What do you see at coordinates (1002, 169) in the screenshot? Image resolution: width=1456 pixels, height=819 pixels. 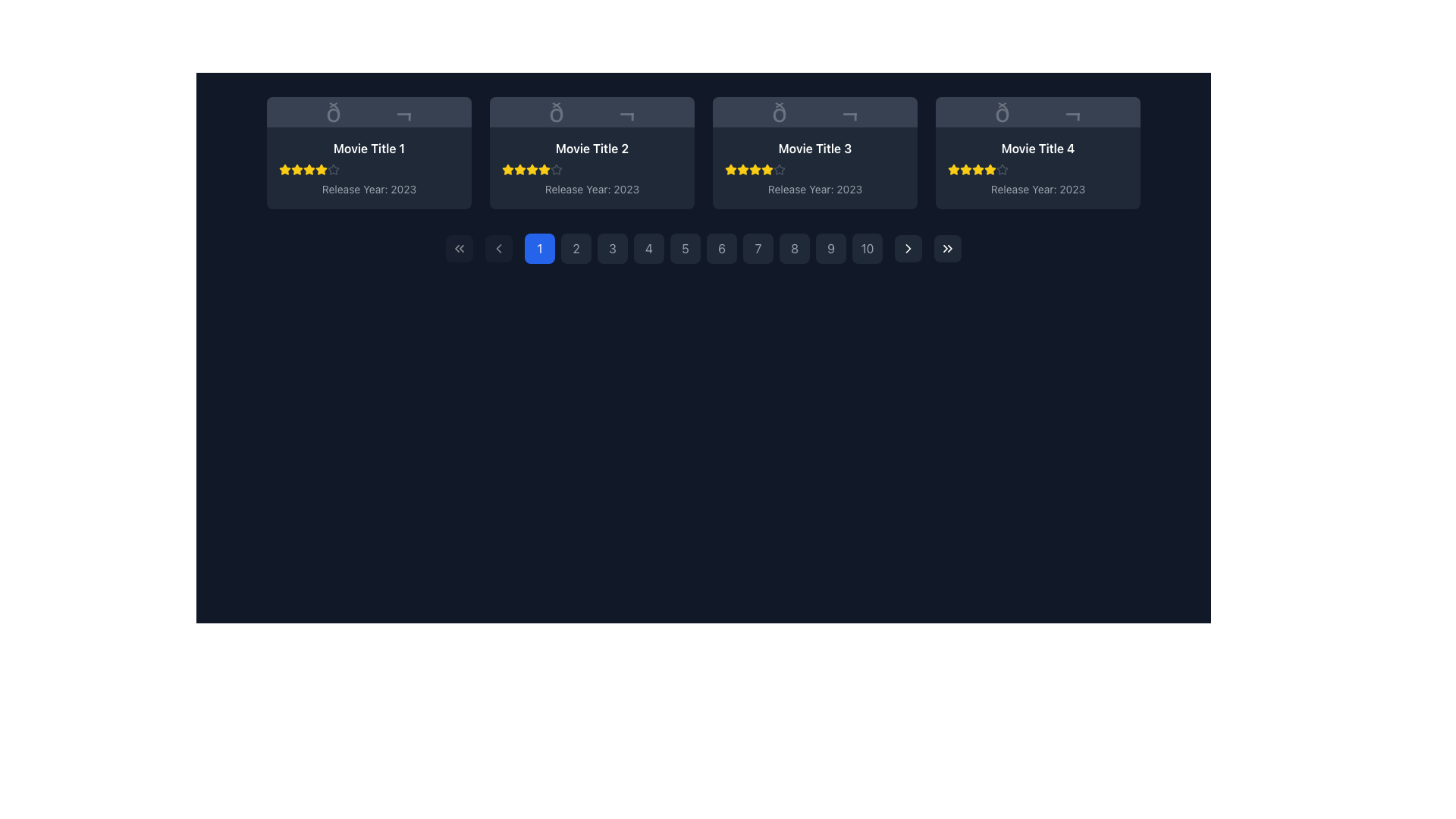 I see `the fifth star in the rating component for the 'Movie Title 4' card` at bounding box center [1002, 169].